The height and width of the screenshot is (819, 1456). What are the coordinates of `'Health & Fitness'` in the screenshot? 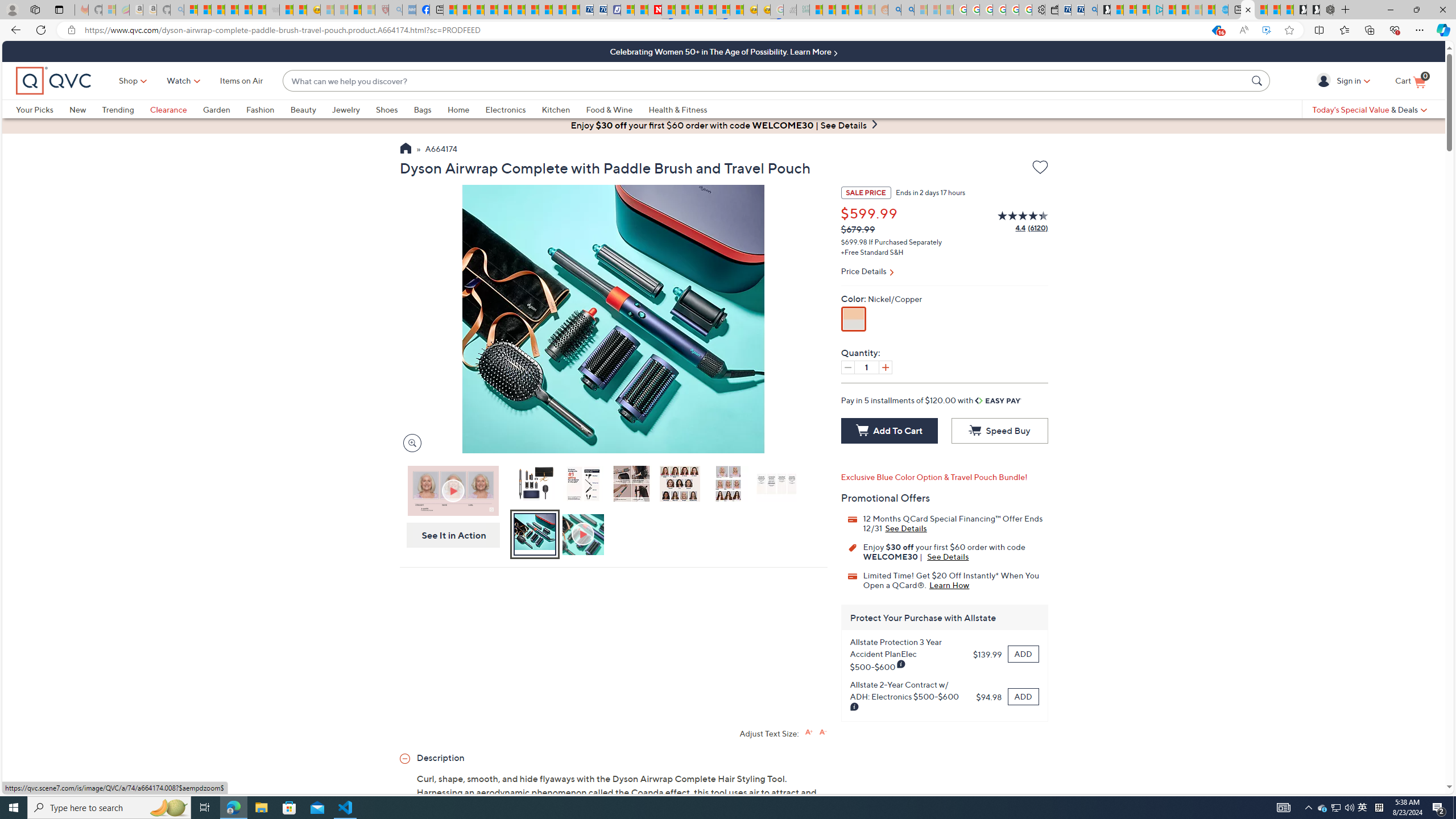 It's located at (680, 109).